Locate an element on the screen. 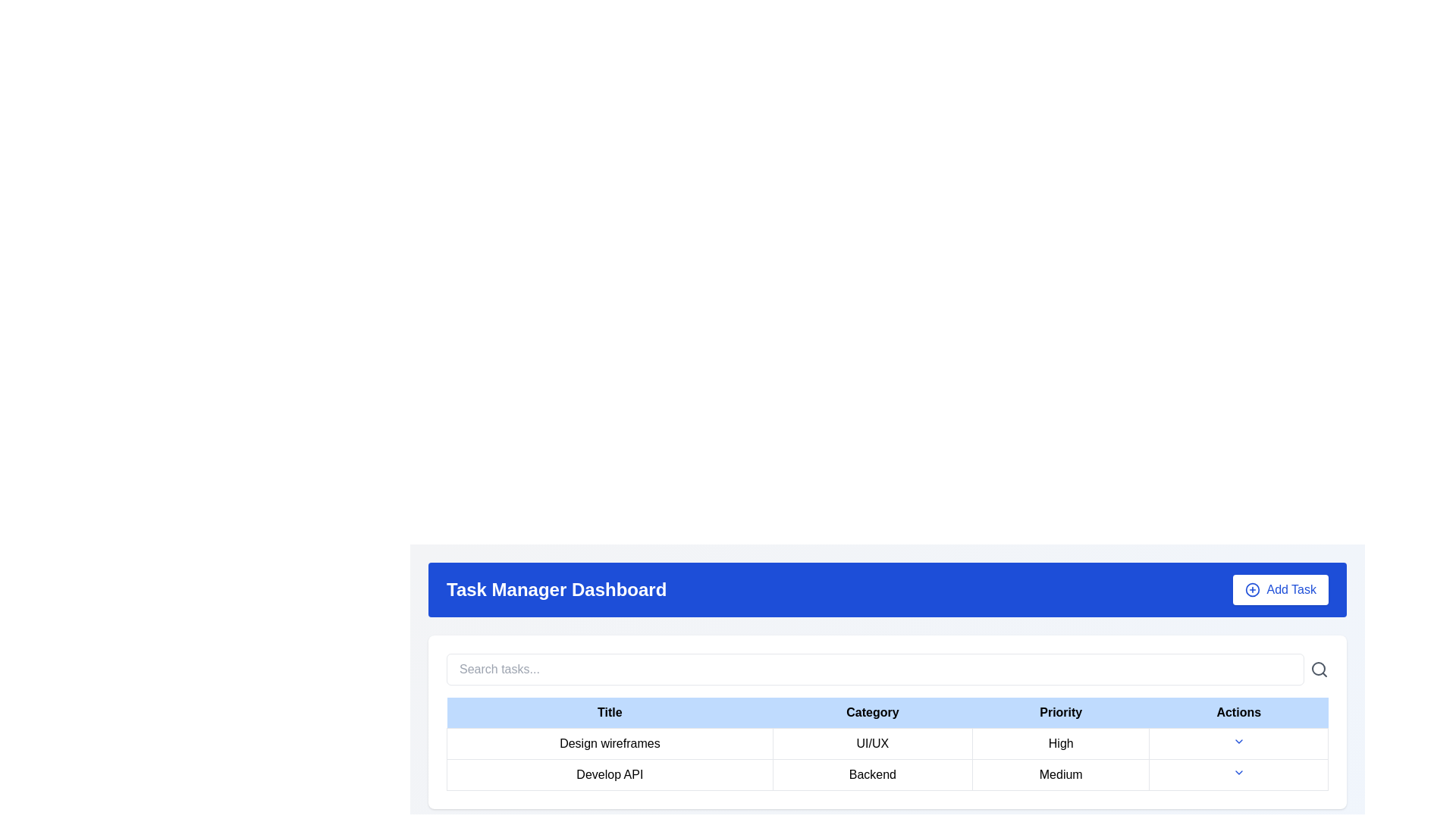 The width and height of the screenshot is (1456, 819). the table header element labeled 'Priority', which is styled with a light blue background and black bold text, located in the third column of the table on the dashboard interface is located at coordinates (1060, 713).